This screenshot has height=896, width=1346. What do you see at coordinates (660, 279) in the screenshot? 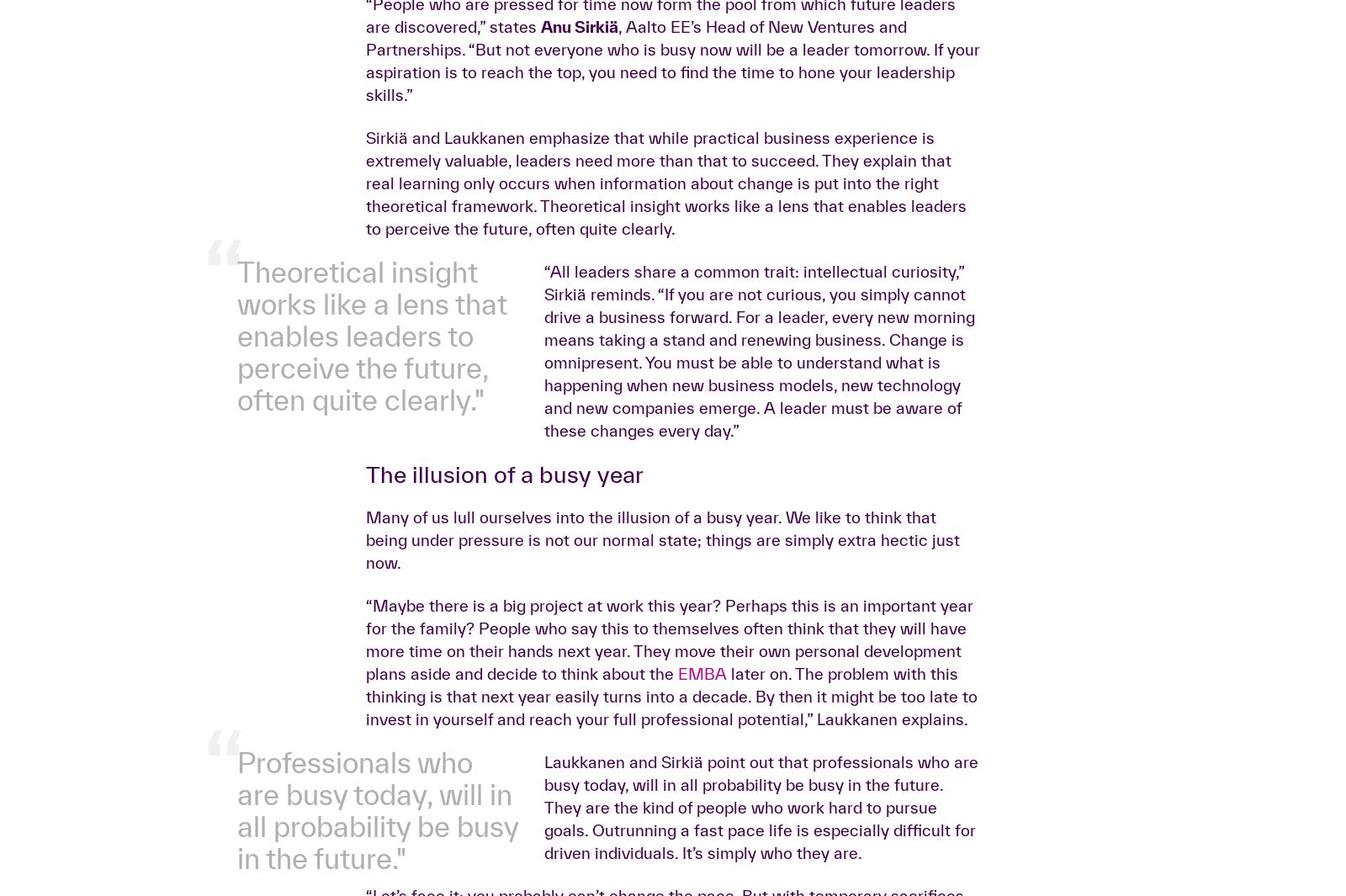
I see `'“People who are pressed for time now form the pool from which future leaders are discovered,” states'` at bounding box center [660, 279].